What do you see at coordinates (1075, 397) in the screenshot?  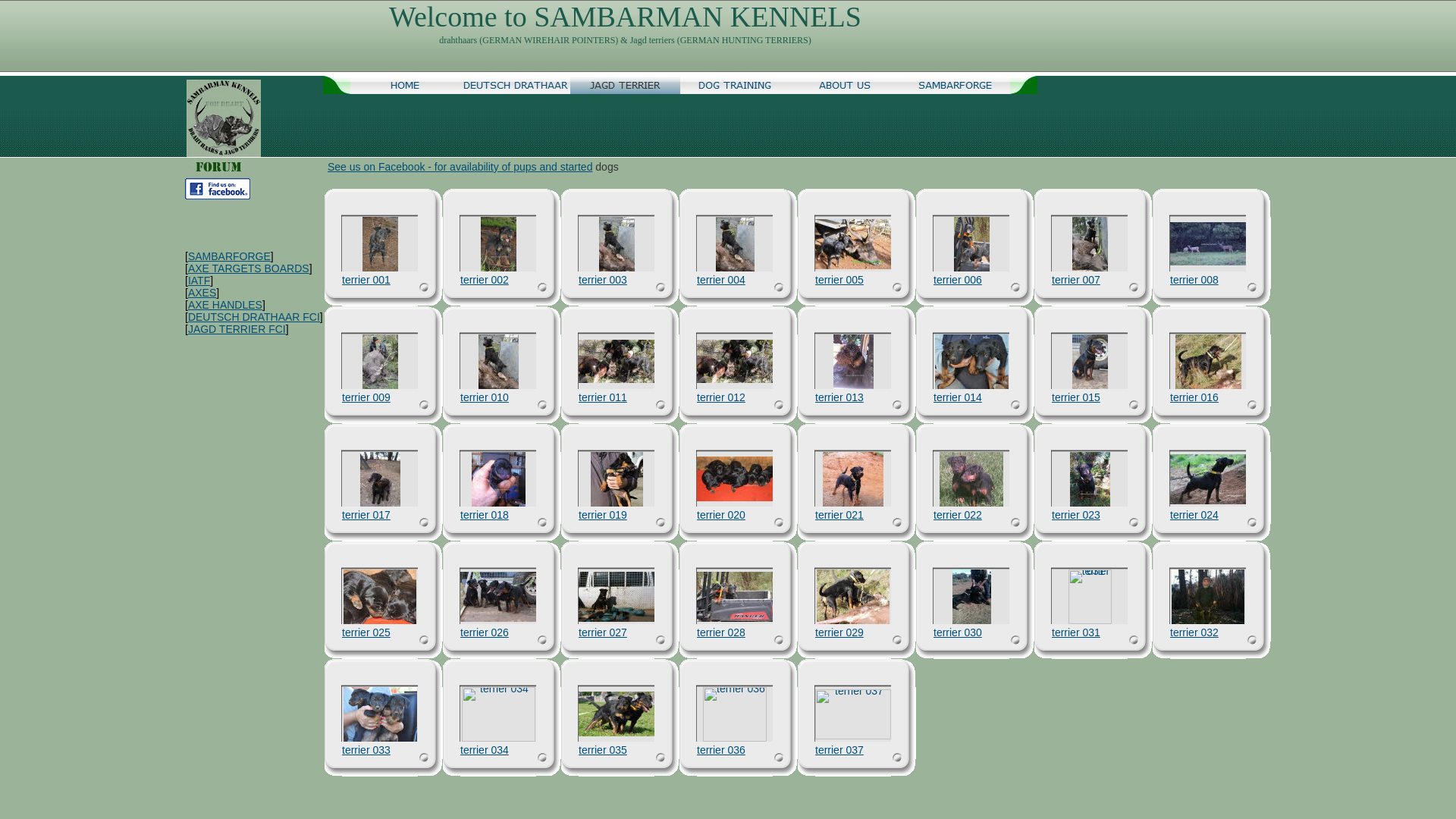 I see `'terrier 015'` at bounding box center [1075, 397].